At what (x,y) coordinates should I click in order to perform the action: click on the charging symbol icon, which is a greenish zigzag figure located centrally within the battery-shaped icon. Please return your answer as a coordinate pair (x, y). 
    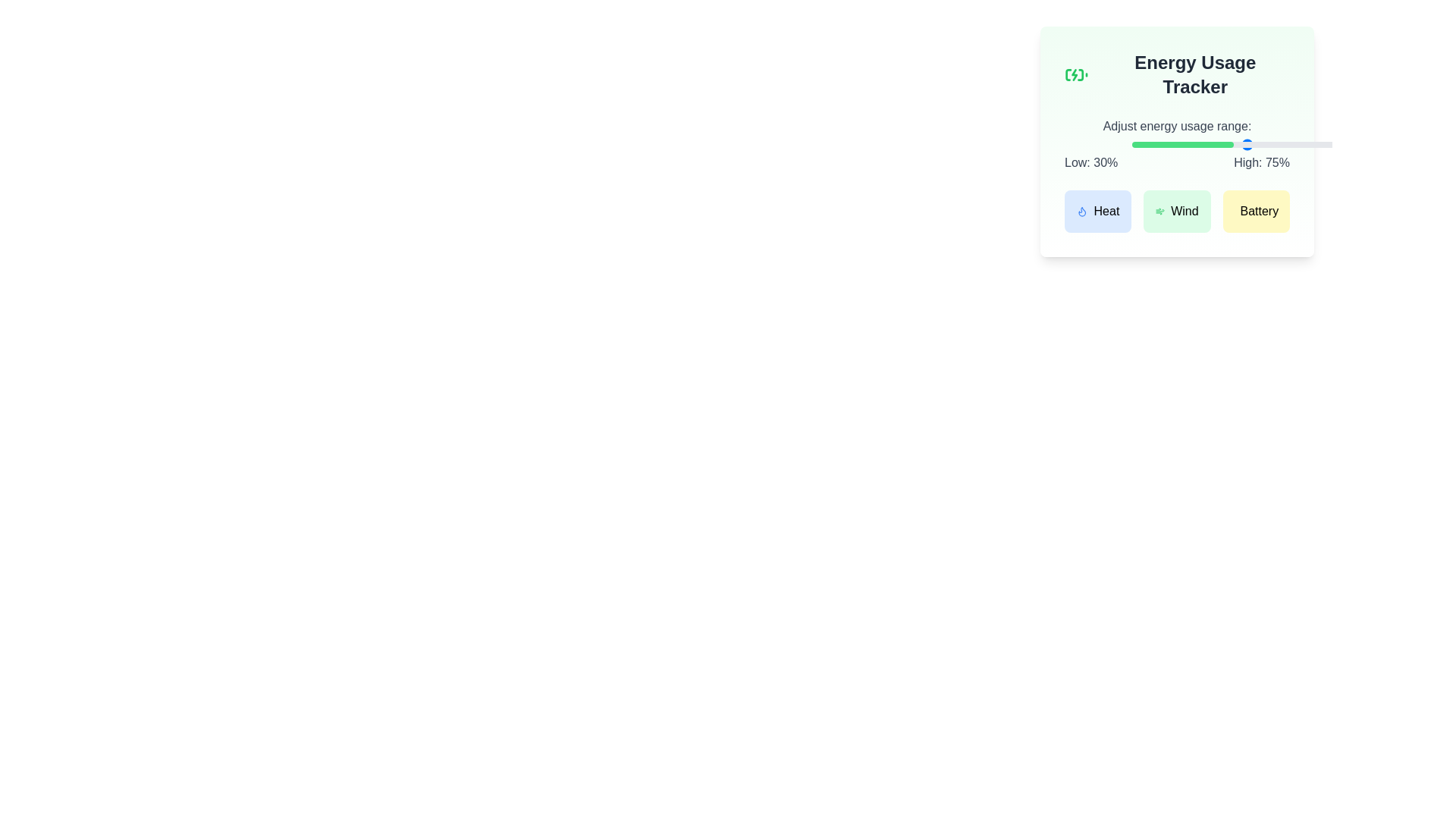
    Looking at the image, I should click on (1074, 75).